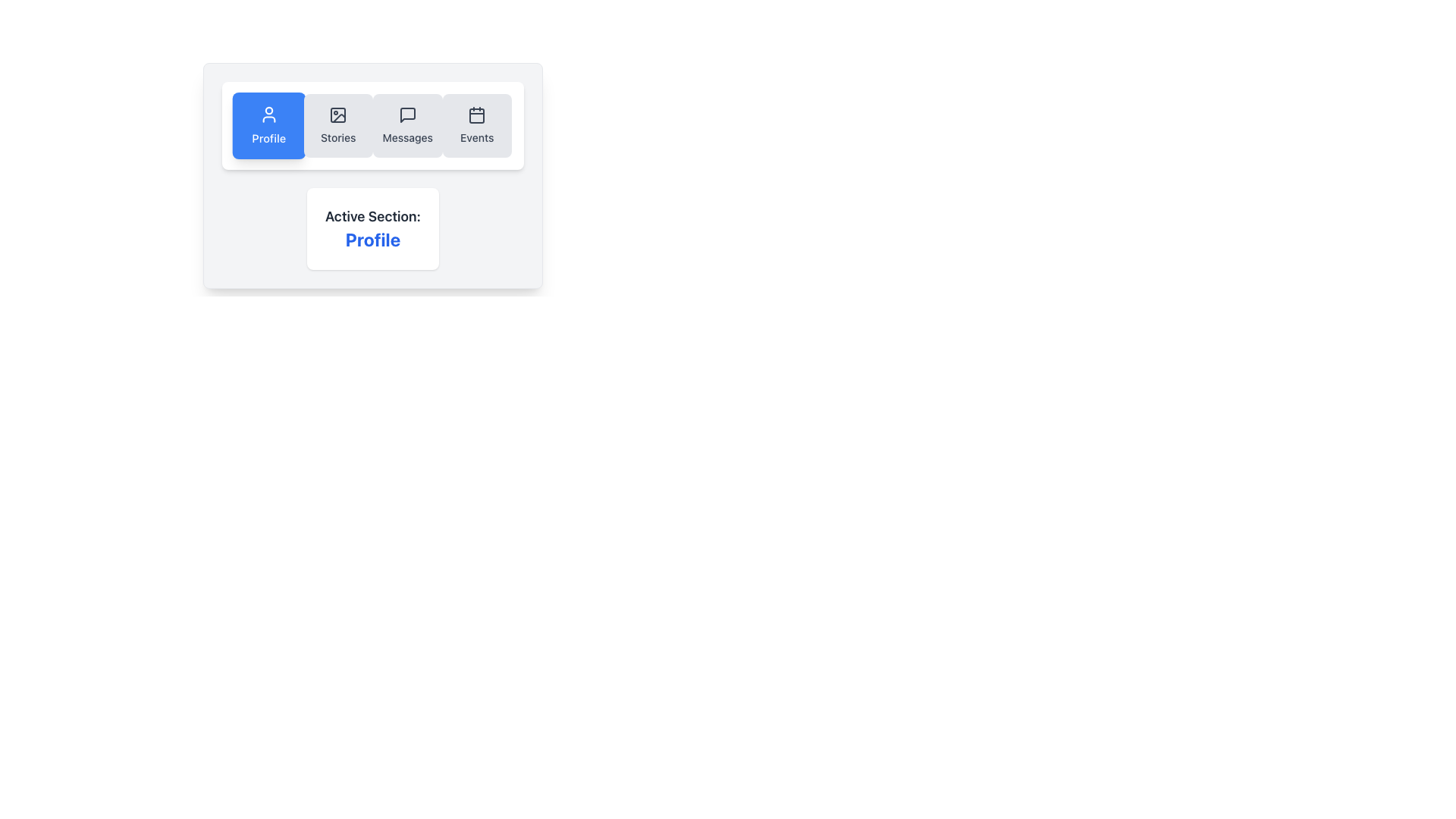  Describe the element at coordinates (337, 114) in the screenshot. I see `the 'Stories' icon in the navigation bar` at that location.